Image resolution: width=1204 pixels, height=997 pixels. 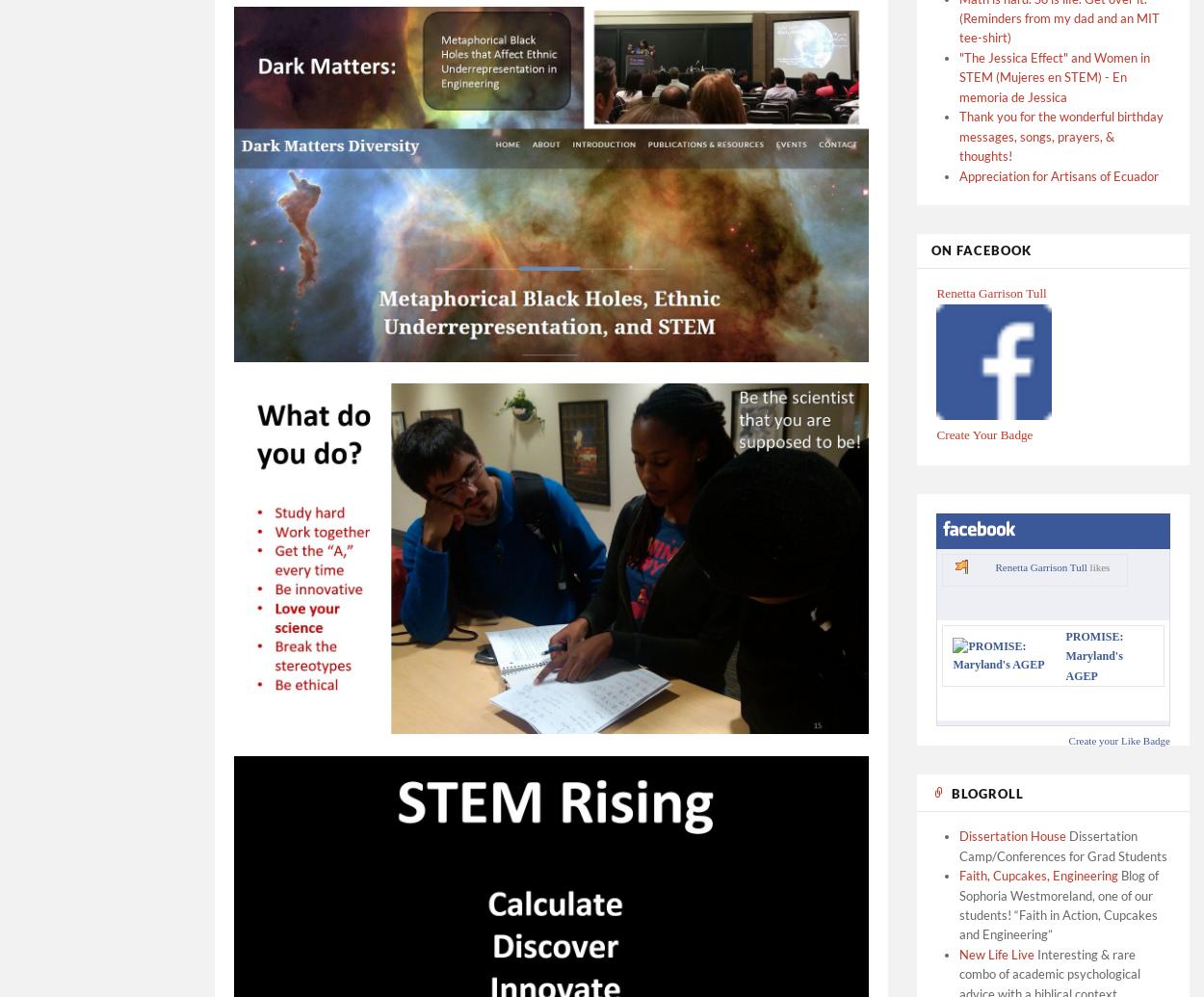 I want to click on 'Create your Like Badge', so click(x=1118, y=738).